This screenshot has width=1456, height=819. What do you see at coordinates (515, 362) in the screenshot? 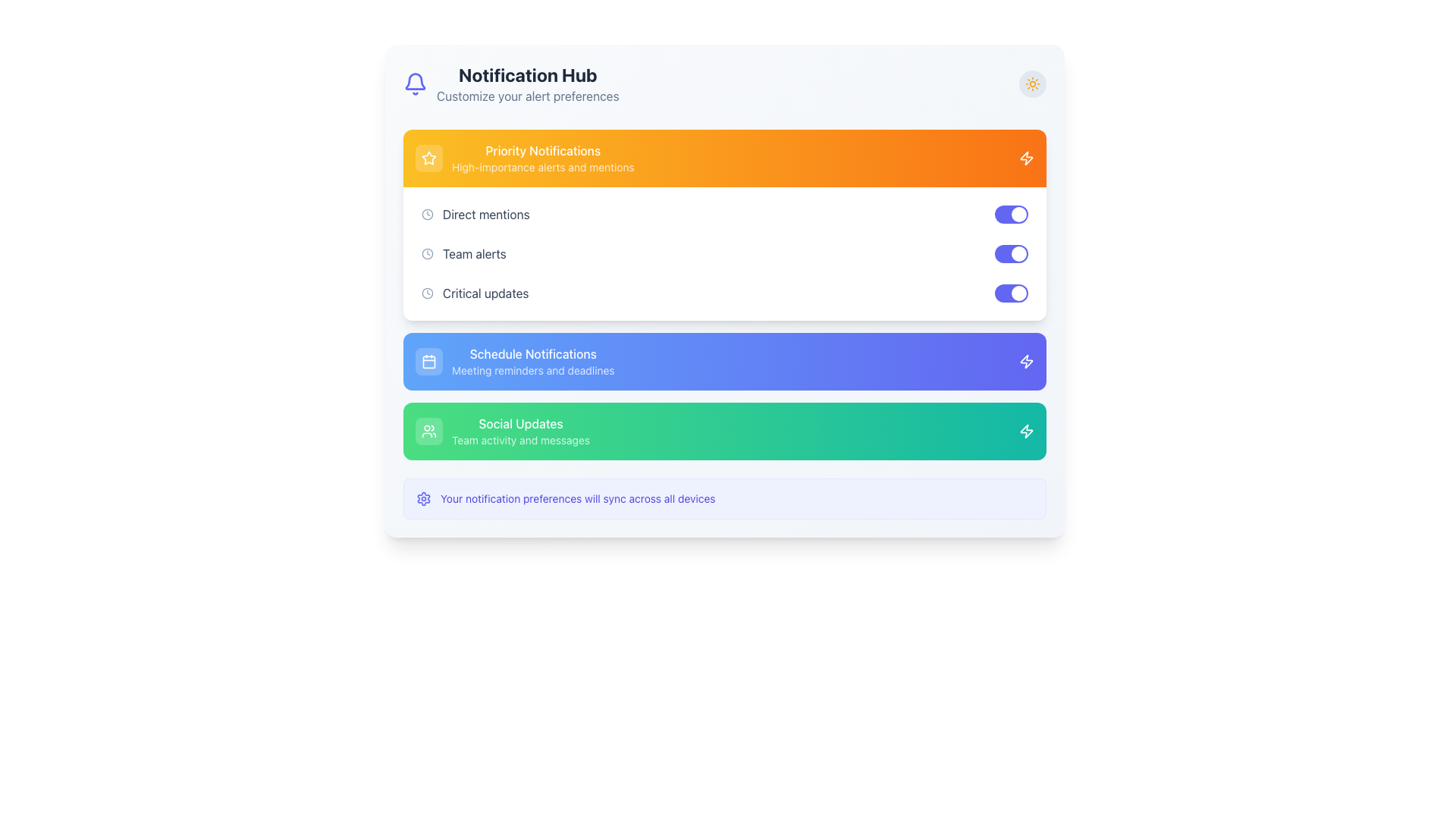
I see `the 'Schedule Notifications' list item, which is the second item in the notification options` at bounding box center [515, 362].